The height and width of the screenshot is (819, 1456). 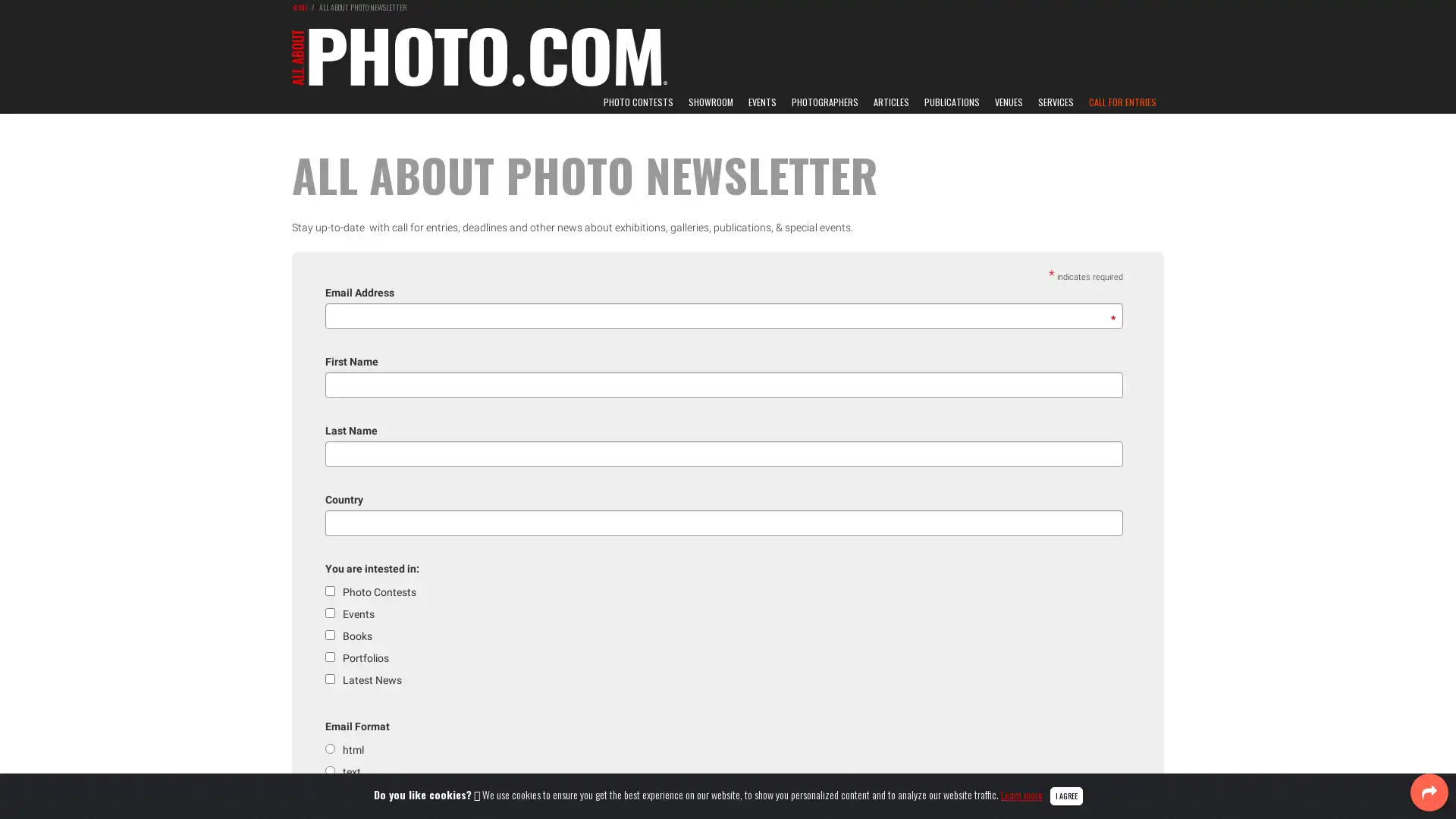 I want to click on PUBLICATIONS, so click(x=951, y=102).